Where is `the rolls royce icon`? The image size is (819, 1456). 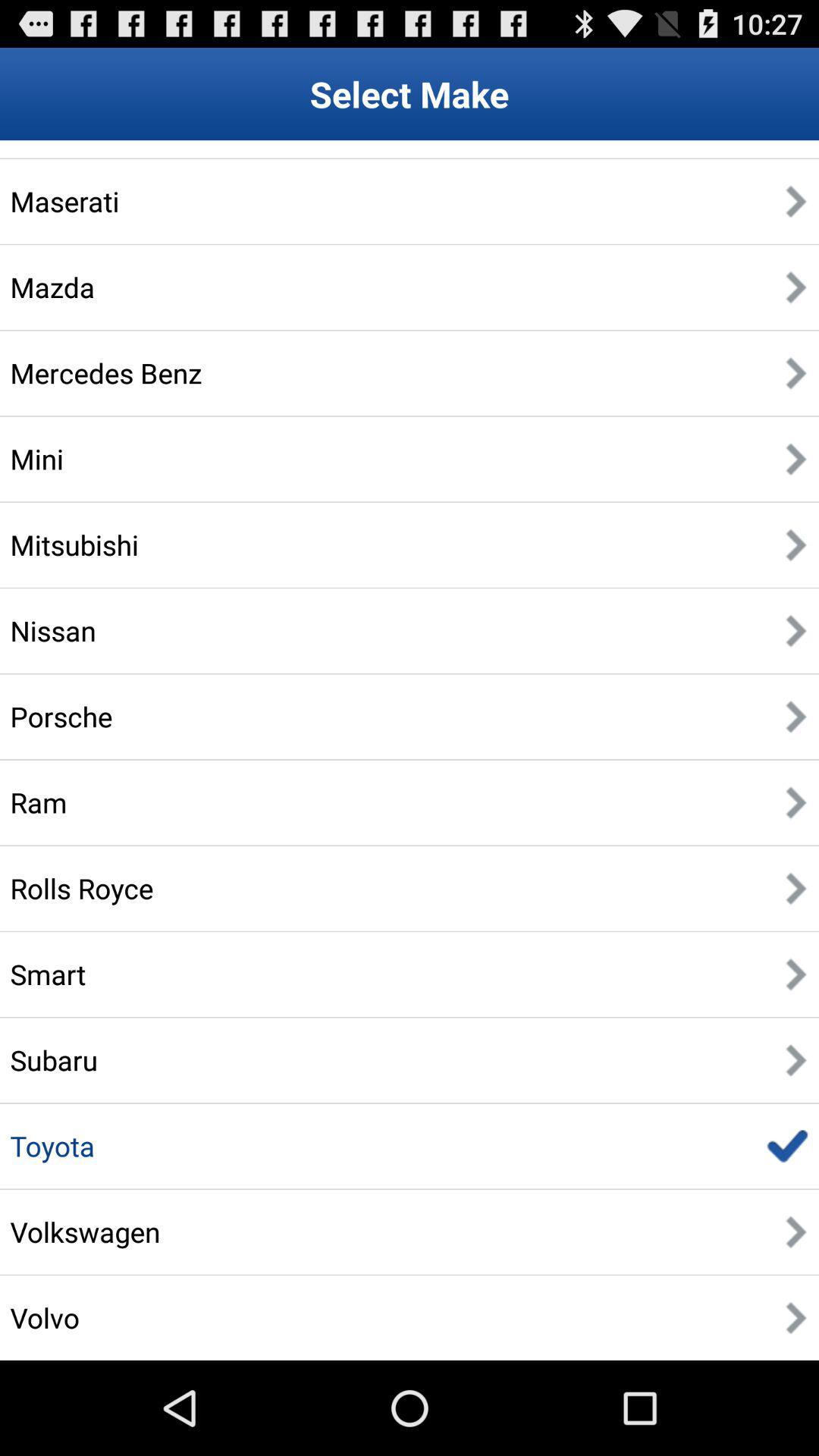 the rolls royce icon is located at coordinates (82, 888).